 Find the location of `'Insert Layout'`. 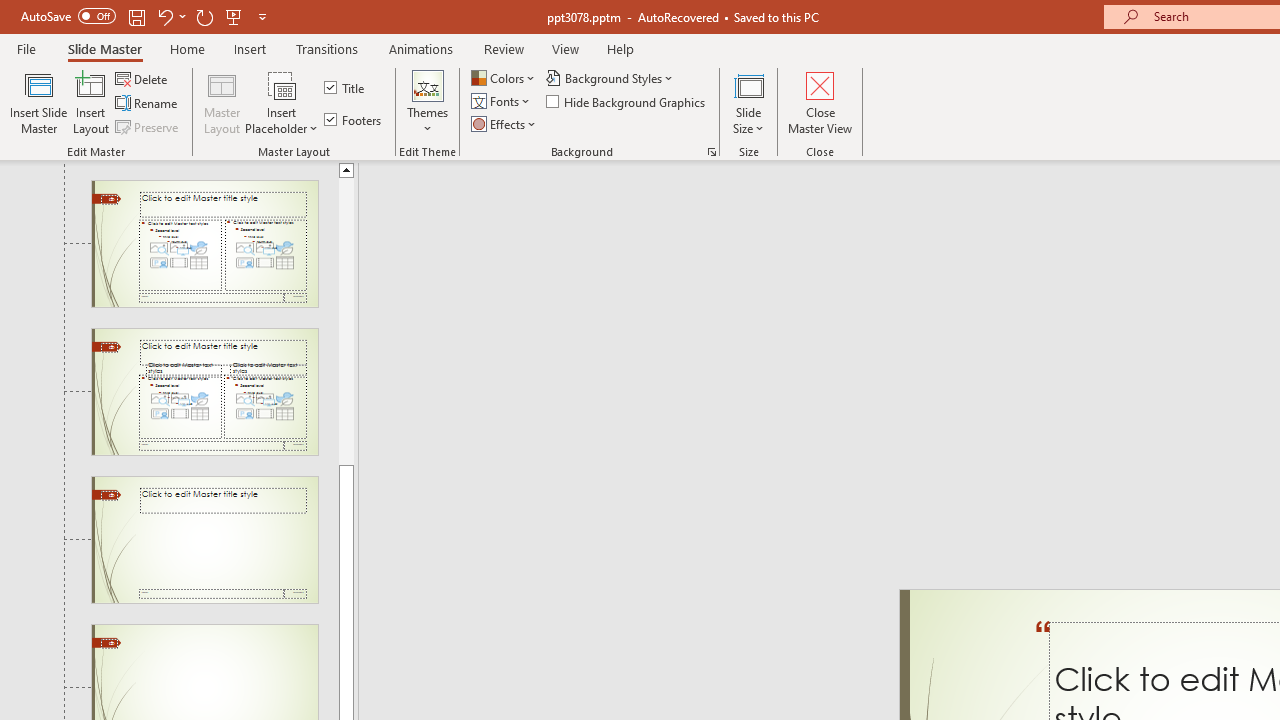

'Insert Layout' is located at coordinates (90, 103).